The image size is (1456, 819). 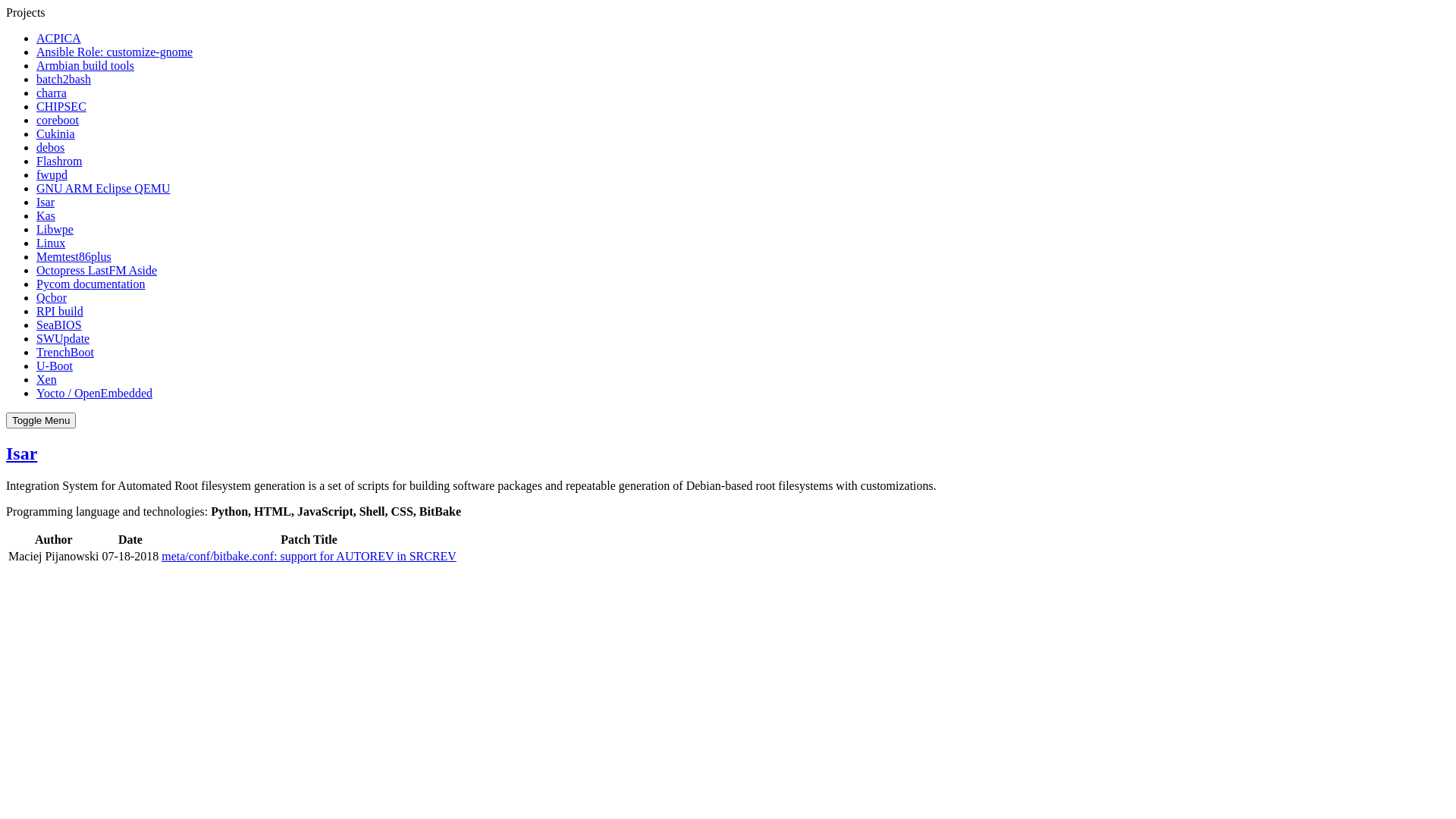 I want to click on 'Armbian build tools', so click(x=36, y=64).